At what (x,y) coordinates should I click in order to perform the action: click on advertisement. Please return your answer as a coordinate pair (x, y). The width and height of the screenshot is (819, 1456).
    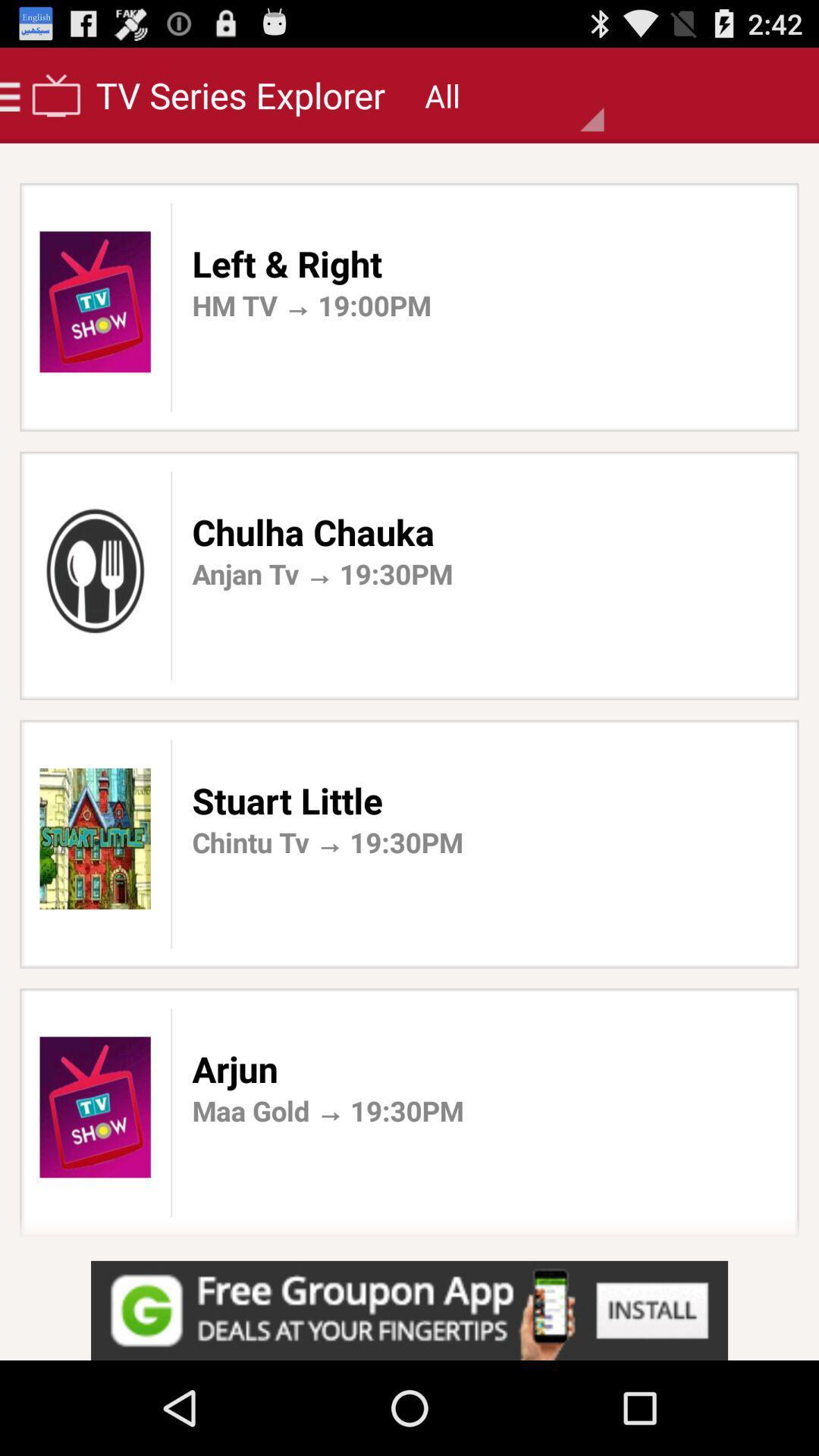
    Looking at the image, I should click on (409, 1310).